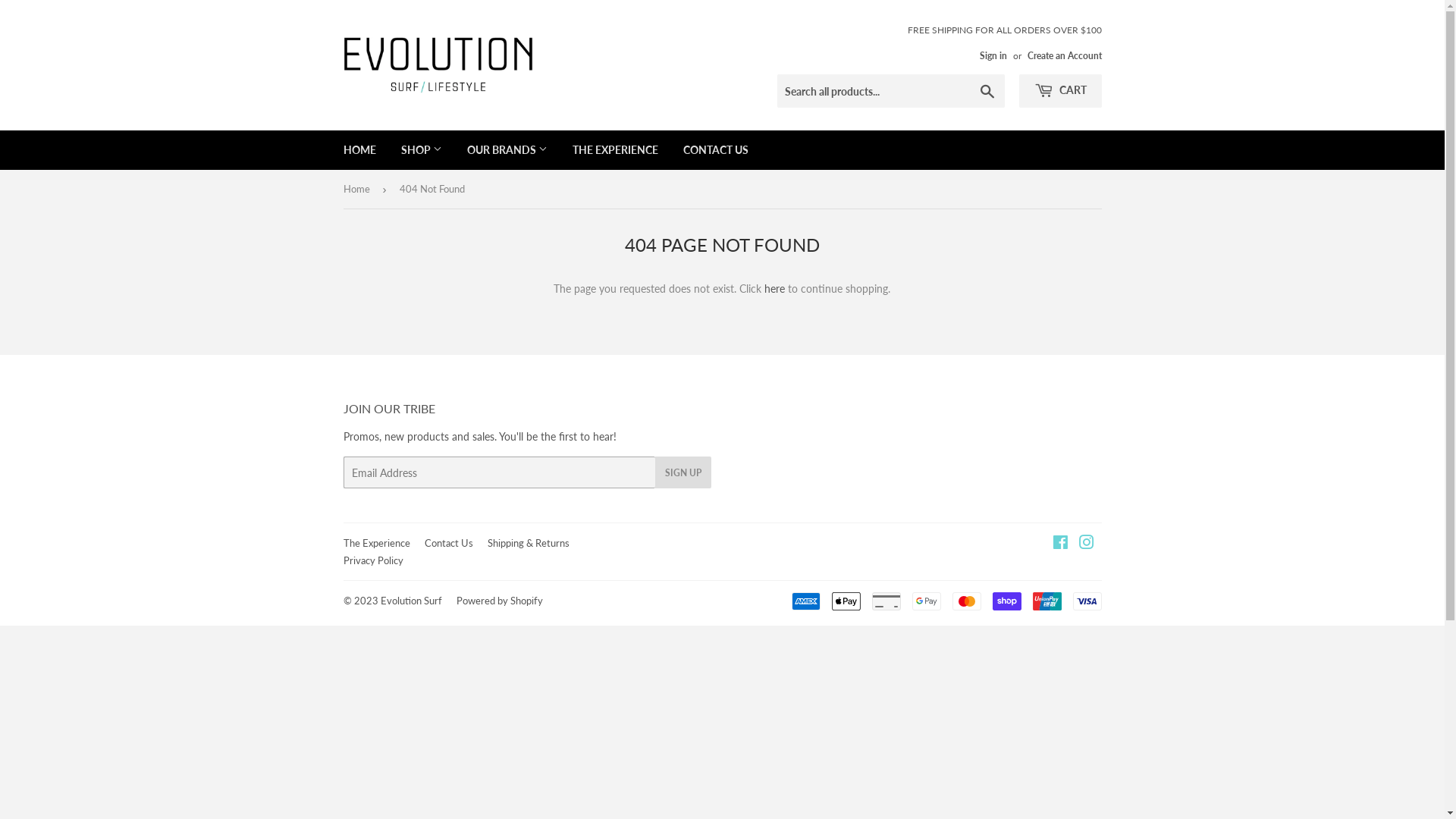  Describe the element at coordinates (993, 55) in the screenshot. I see `'Sign in'` at that location.